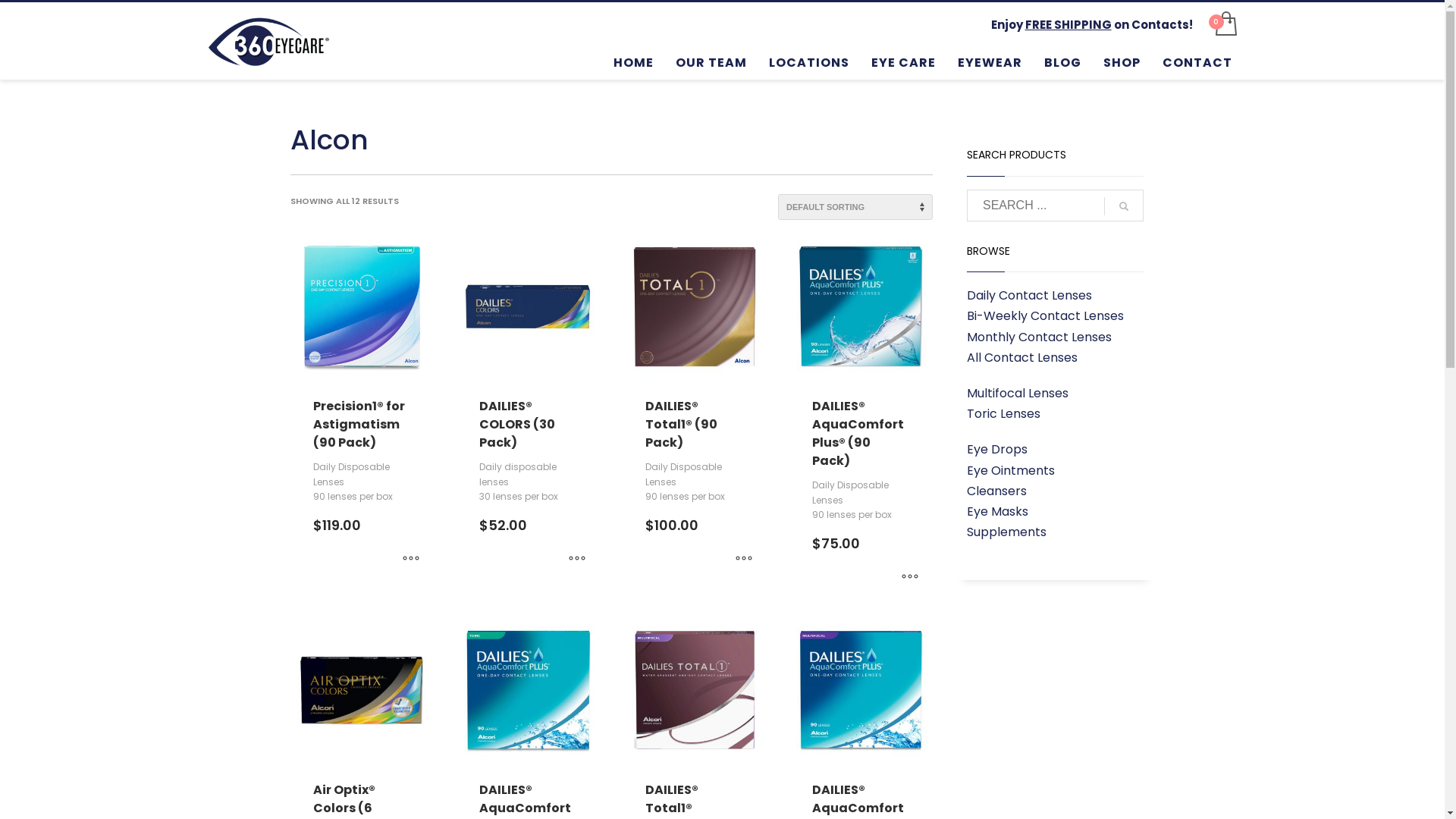  Describe the element at coordinates (1029, 295) in the screenshot. I see `'Daily Contact Lenses'` at that location.